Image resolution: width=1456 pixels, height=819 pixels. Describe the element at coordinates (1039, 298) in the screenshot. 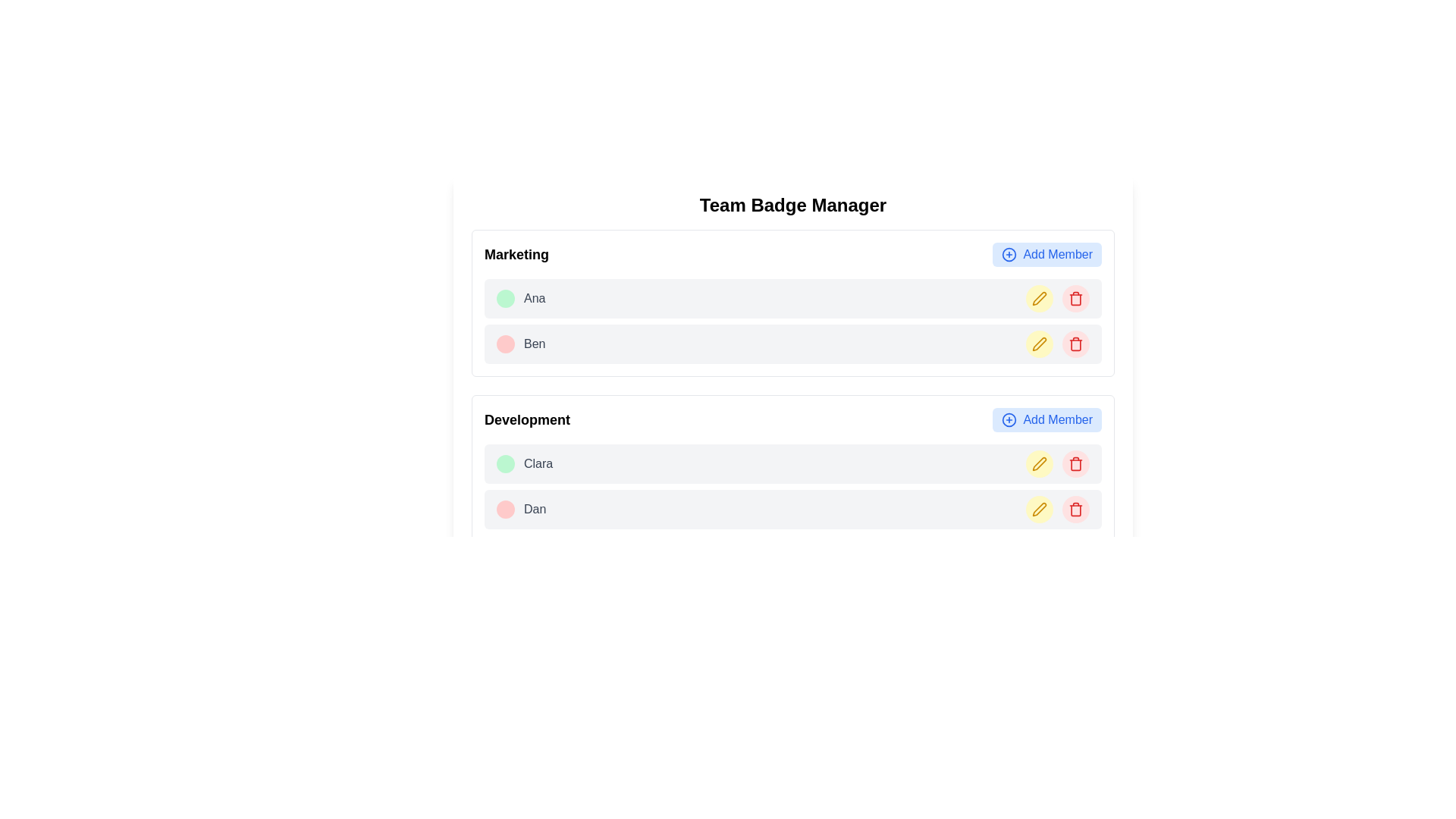

I see `the edit button represented by a yellow pen icon in the 'Marketing' section adjacent to the name 'Ben'` at that location.